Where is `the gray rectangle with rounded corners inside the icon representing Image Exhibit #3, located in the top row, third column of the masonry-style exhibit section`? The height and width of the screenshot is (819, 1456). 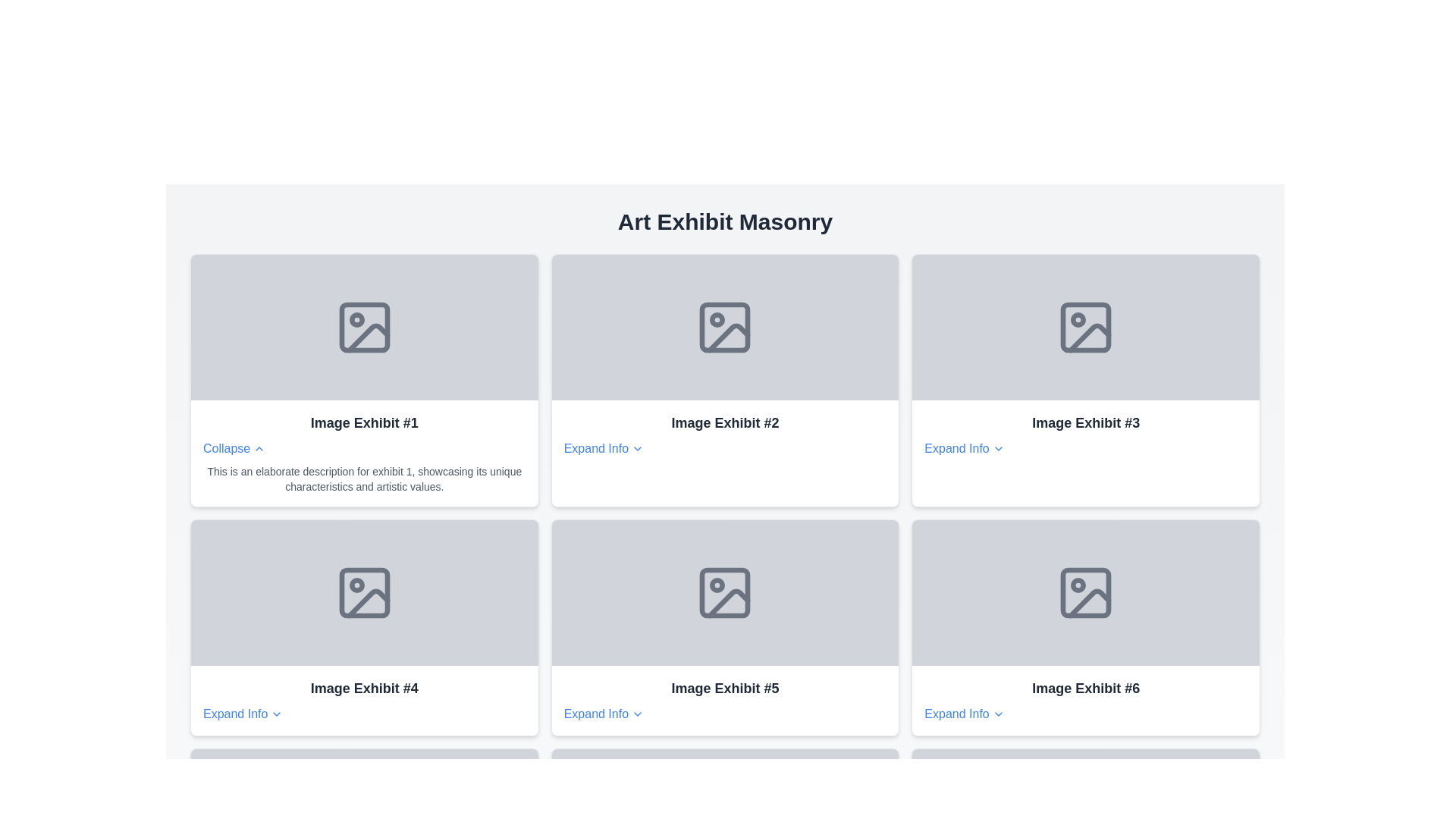
the gray rectangle with rounded corners inside the icon representing Image Exhibit #3, located in the top row, third column of the masonry-style exhibit section is located at coordinates (1085, 327).